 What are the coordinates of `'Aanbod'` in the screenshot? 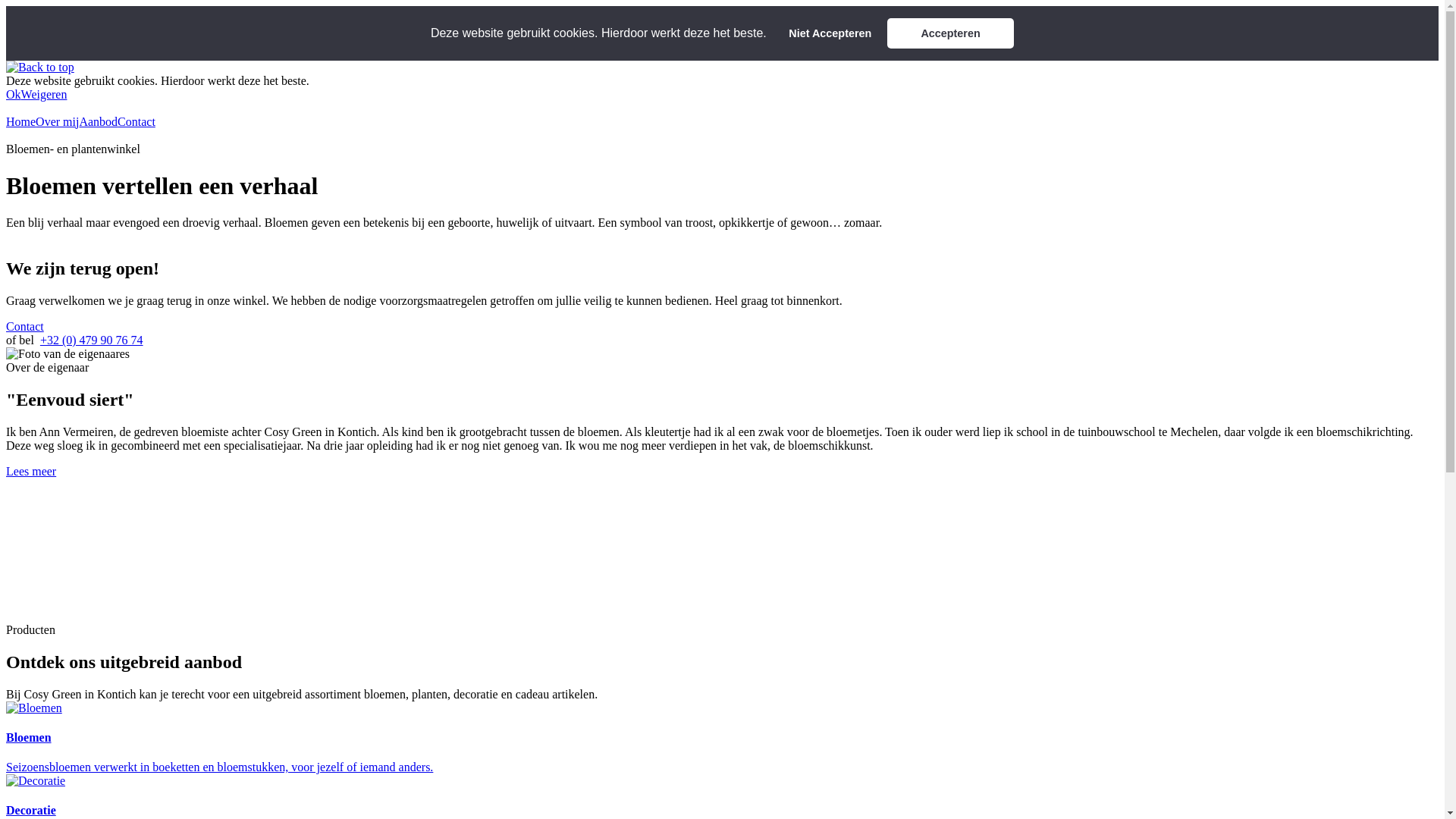 It's located at (97, 121).